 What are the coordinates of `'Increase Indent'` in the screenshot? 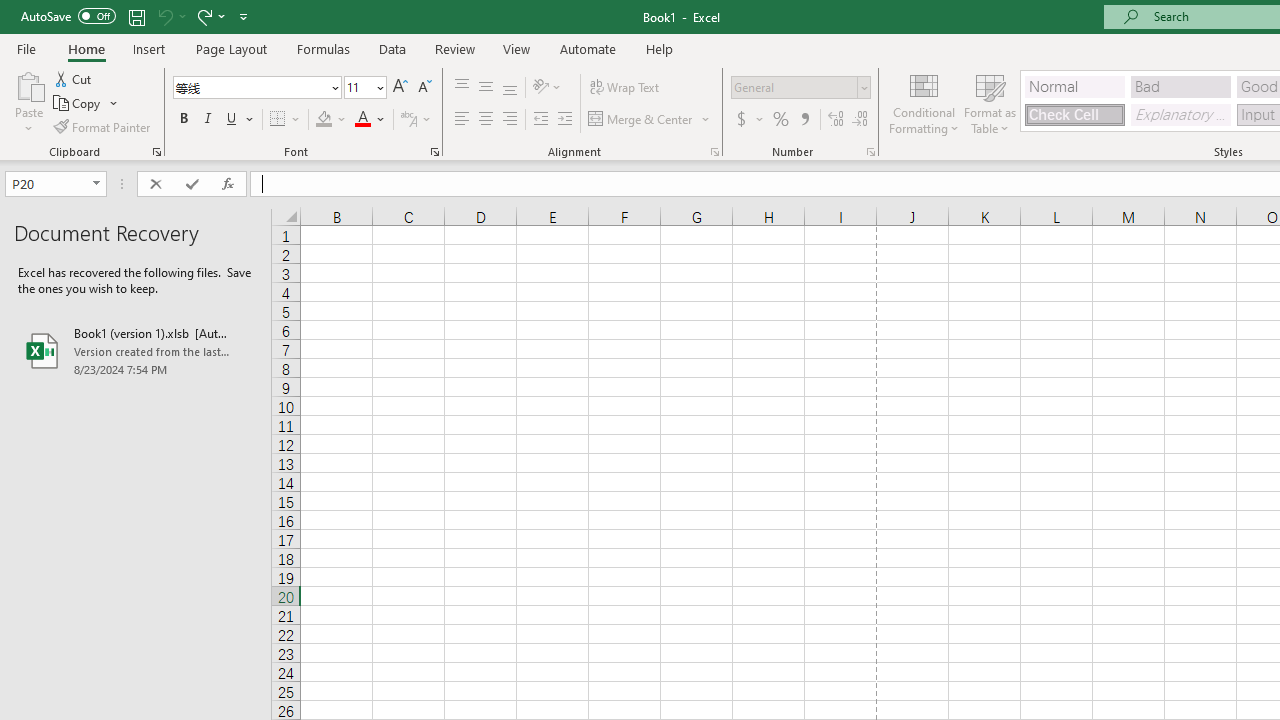 It's located at (564, 119).